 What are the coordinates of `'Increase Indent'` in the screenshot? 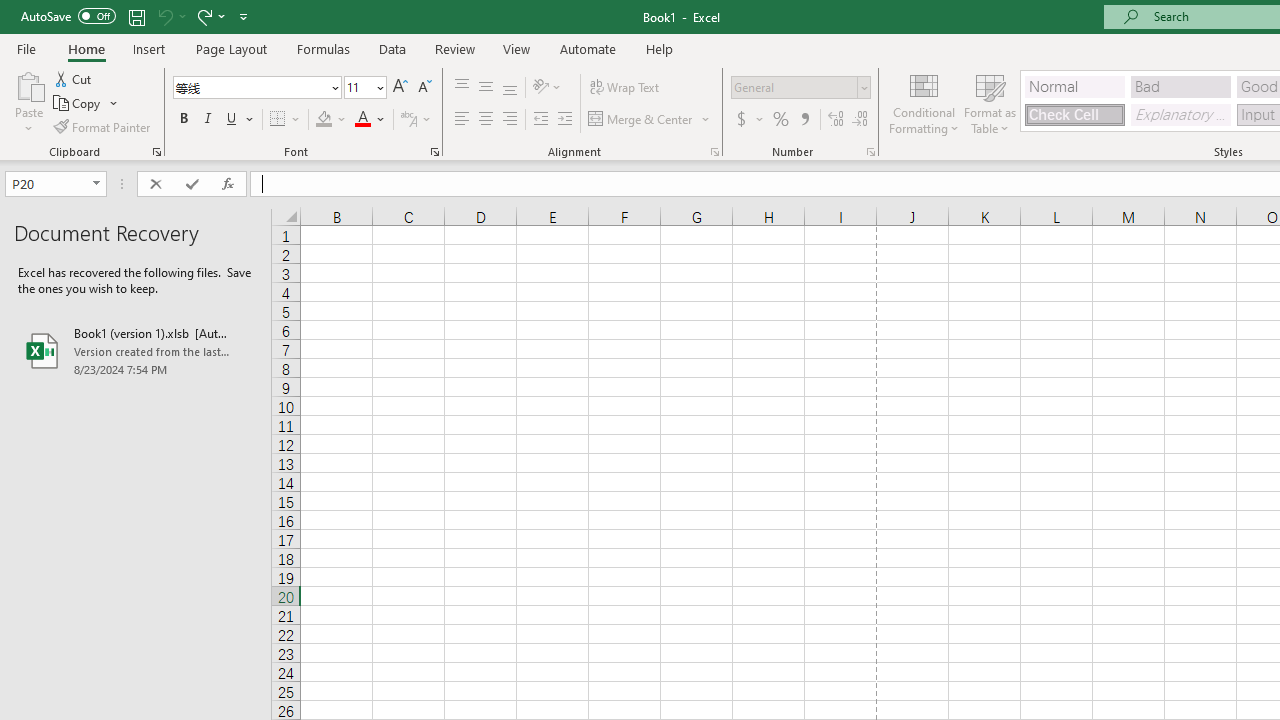 It's located at (564, 119).